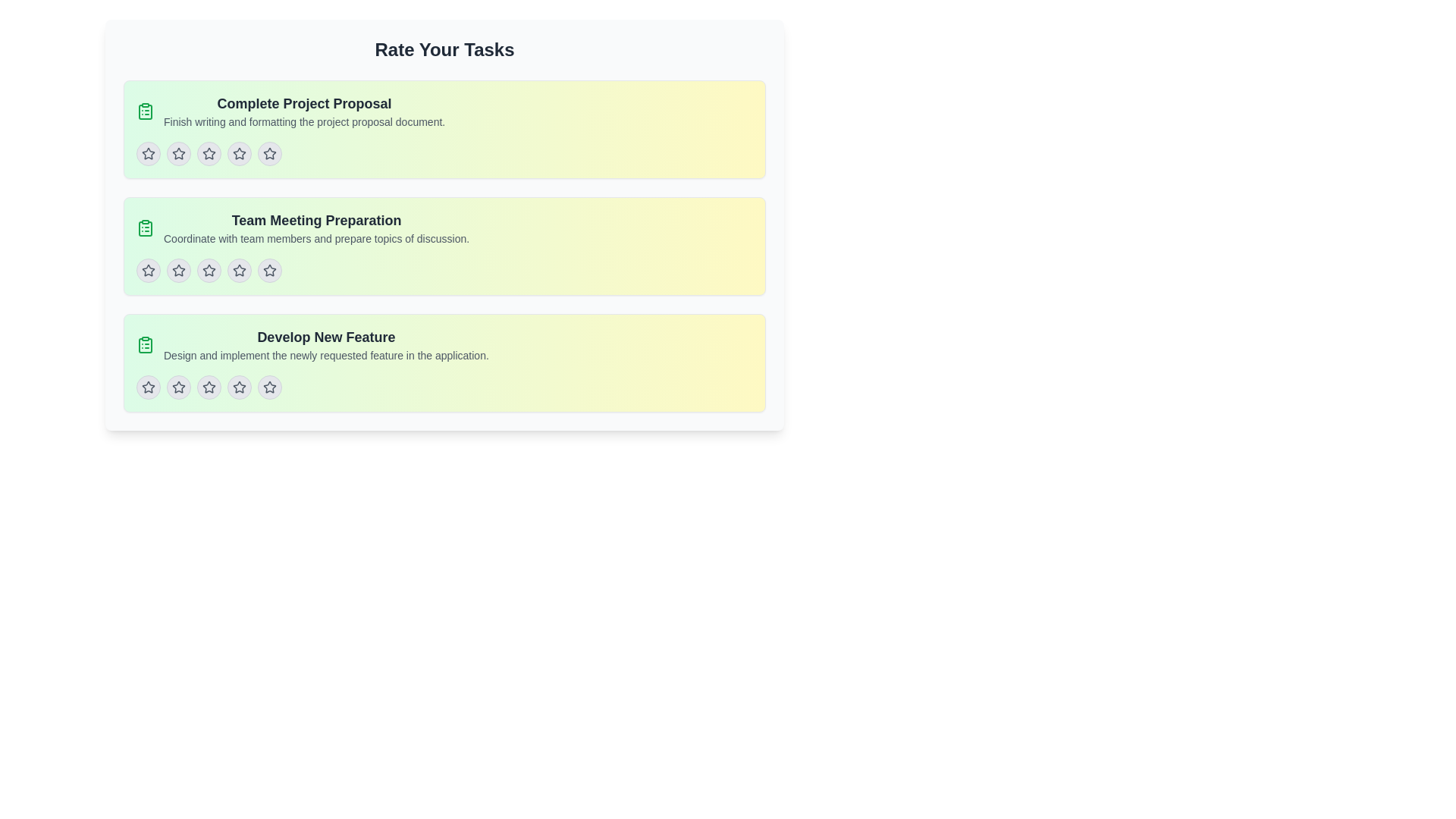 The width and height of the screenshot is (1456, 819). Describe the element at coordinates (178, 386) in the screenshot. I see `the second star icon in the rating control section of the 'Develop New Feature' task` at that location.